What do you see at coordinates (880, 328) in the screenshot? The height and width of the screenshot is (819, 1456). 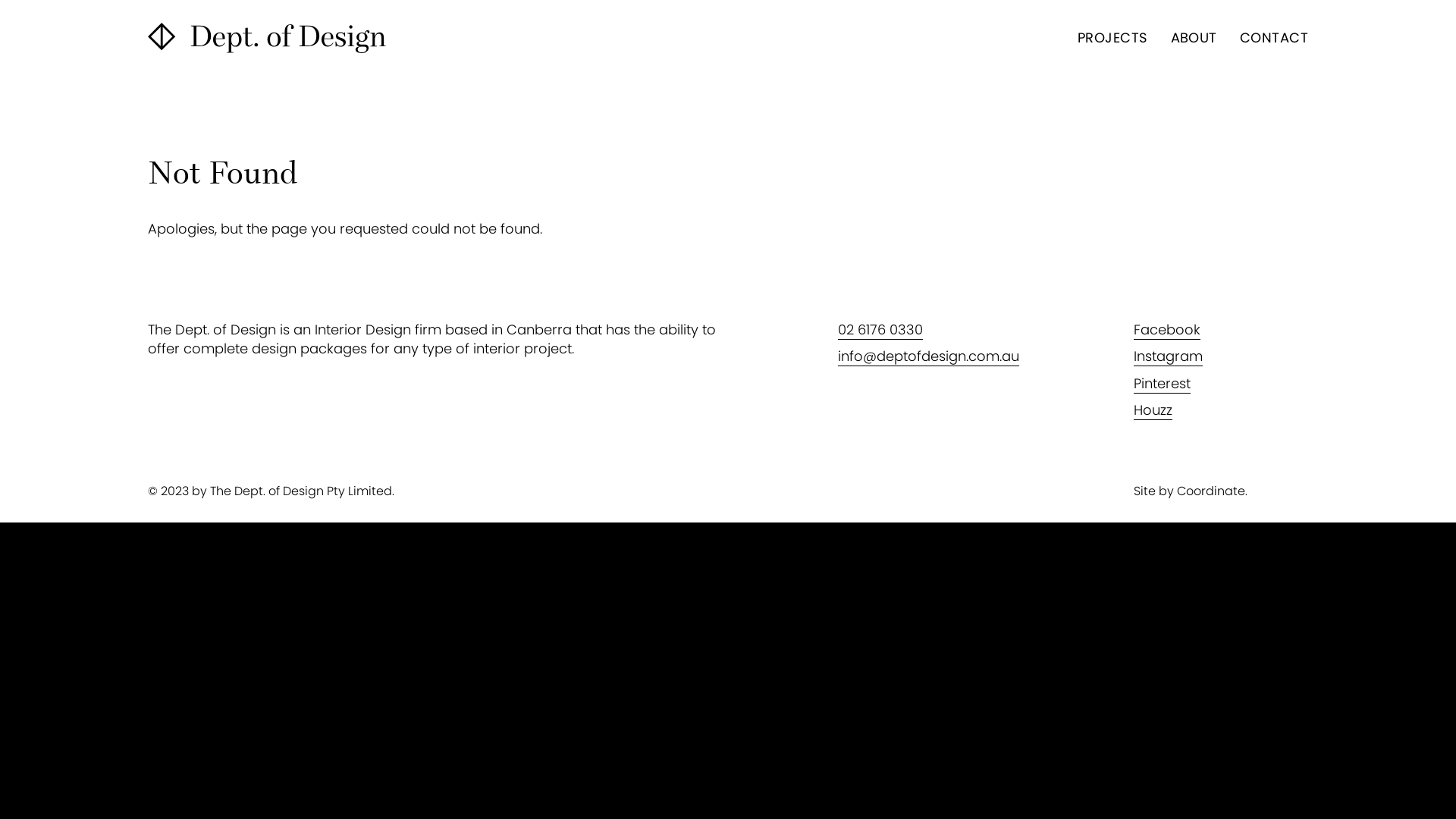 I see `'02 6176 0330'` at bounding box center [880, 328].